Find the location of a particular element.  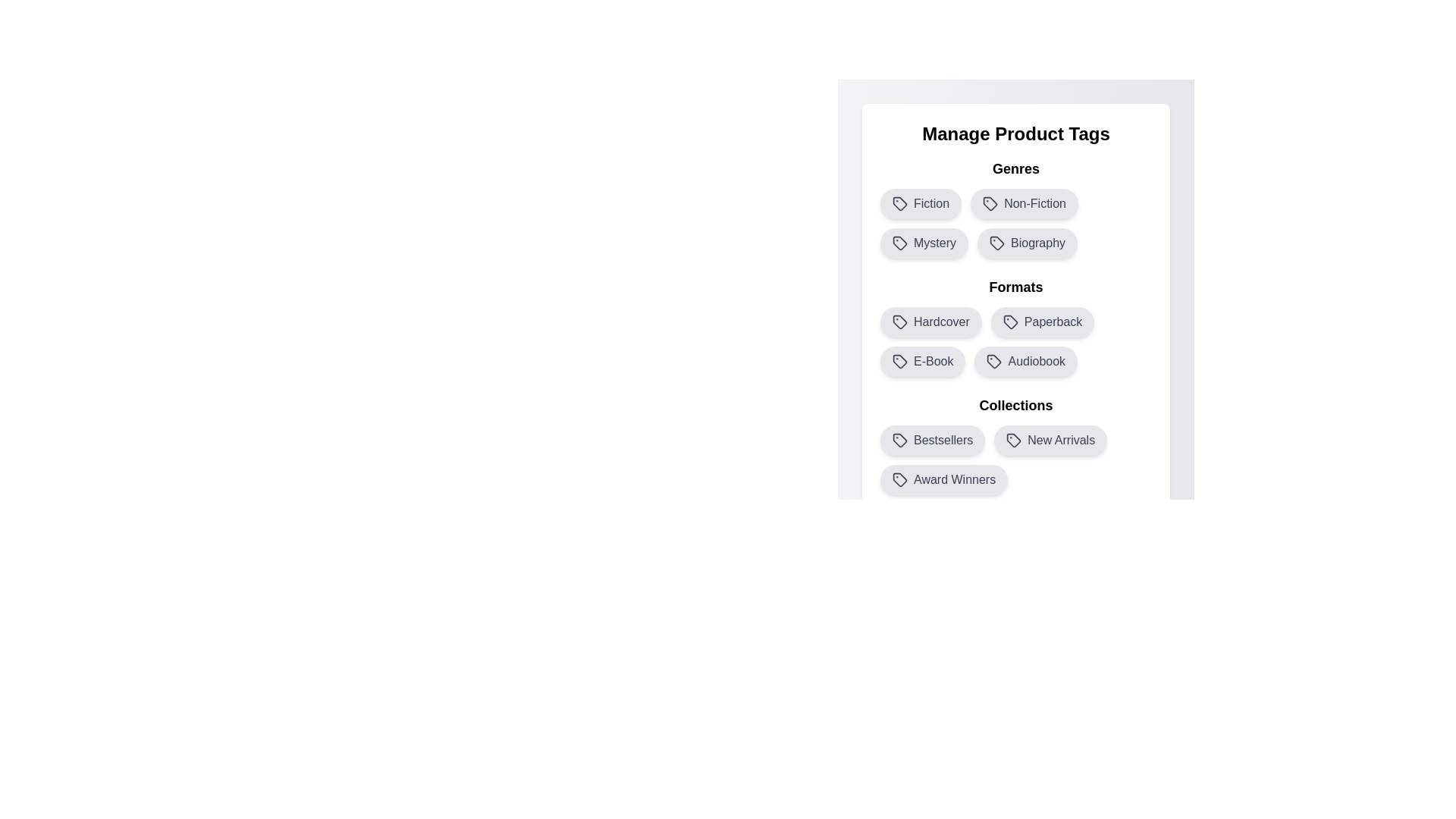

the 'Biography' button in the 'Genres' section of the 'Manage Product Tags' interface is located at coordinates (1027, 242).